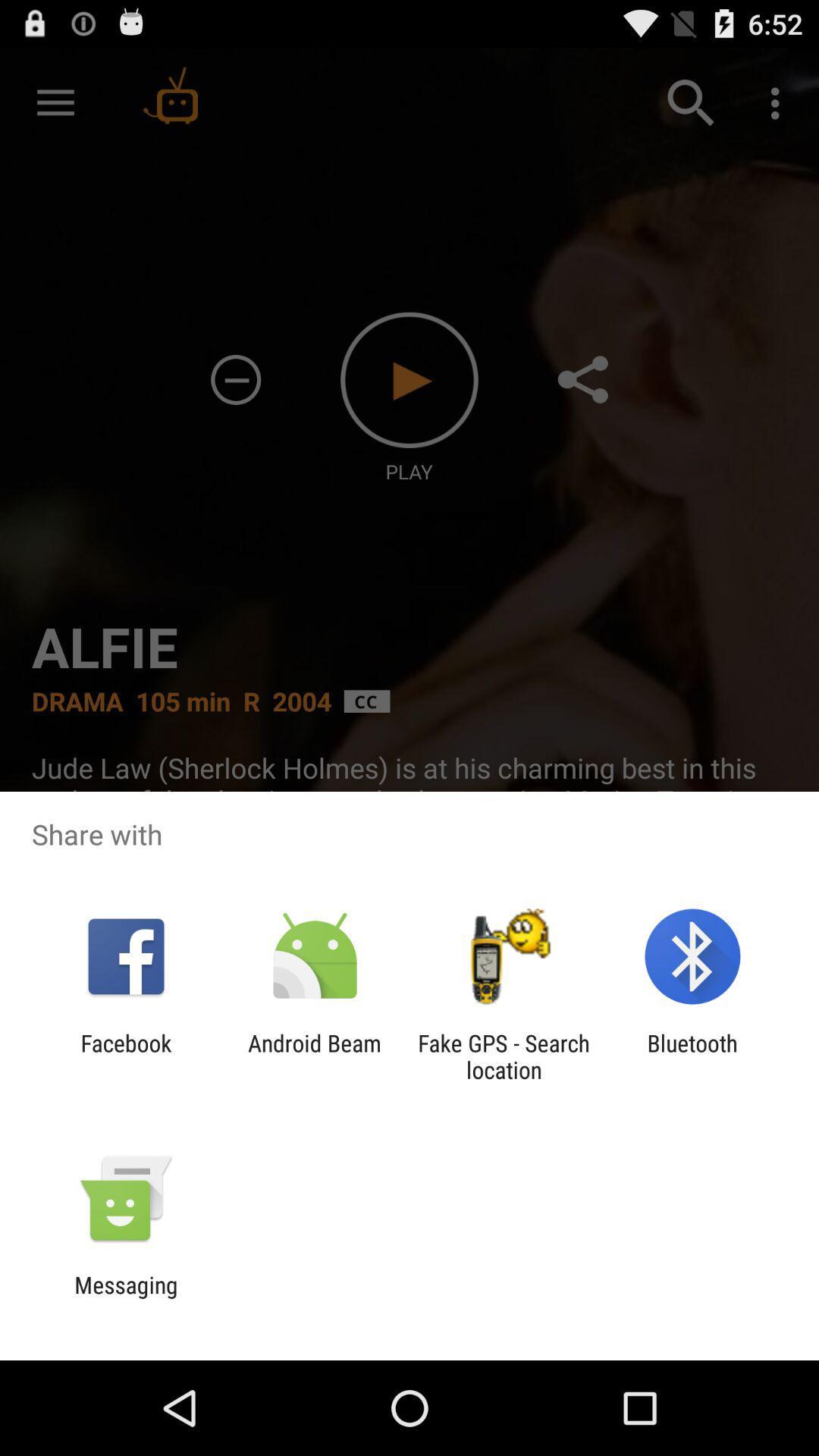 The image size is (819, 1456). Describe the element at coordinates (504, 1056) in the screenshot. I see `fake gps search icon` at that location.